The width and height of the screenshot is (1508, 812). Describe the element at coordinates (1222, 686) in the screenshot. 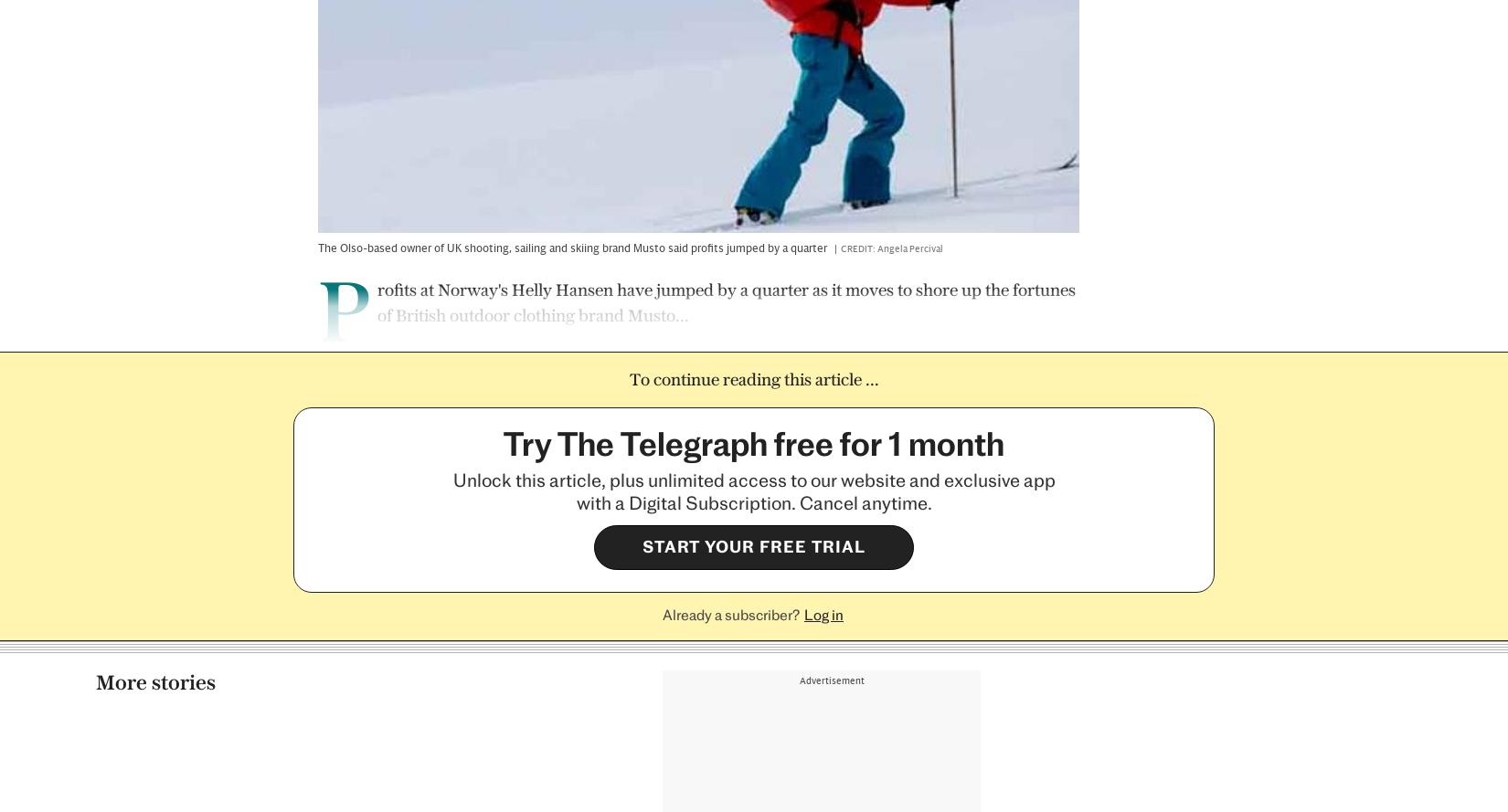

I see `'Szu Ping Chan'` at that location.